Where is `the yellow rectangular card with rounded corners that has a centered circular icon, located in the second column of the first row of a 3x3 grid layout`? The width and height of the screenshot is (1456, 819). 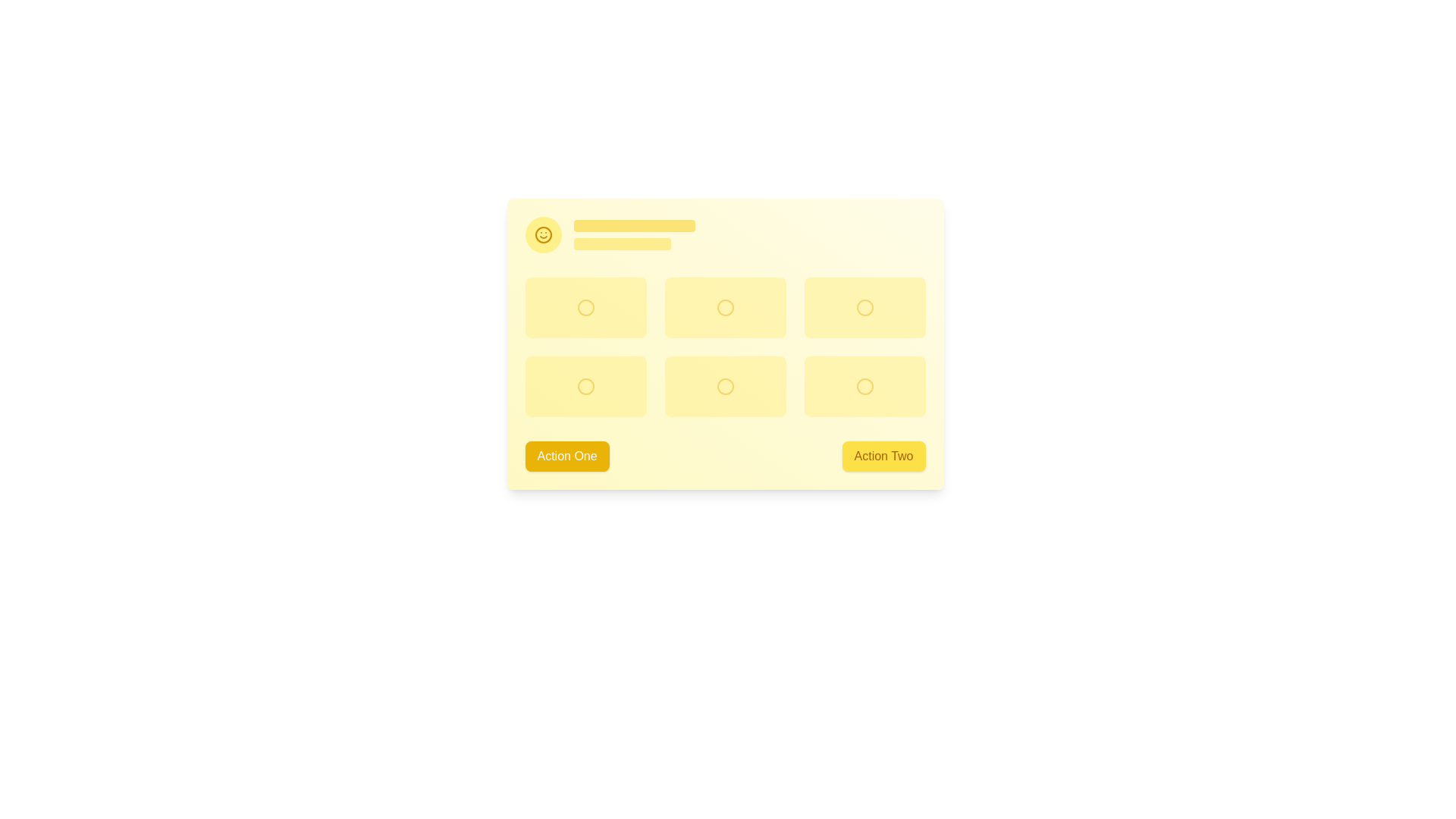 the yellow rectangular card with rounded corners that has a centered circular icon, located in the second column of the first row of a 3x3 grid layout is located at coordinates (724, 307).